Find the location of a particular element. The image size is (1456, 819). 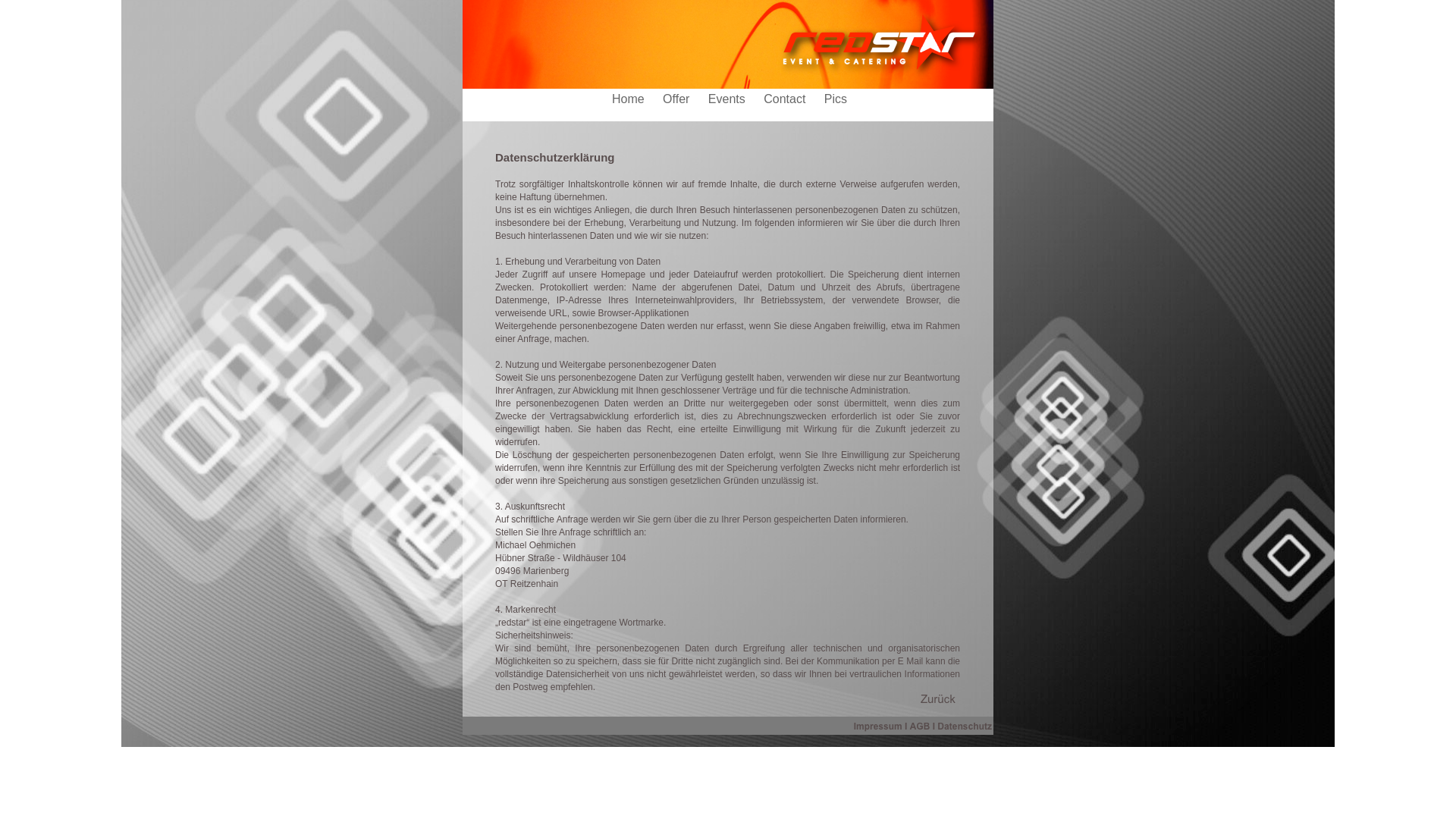

'Events' is located at coordinates (728, 99).